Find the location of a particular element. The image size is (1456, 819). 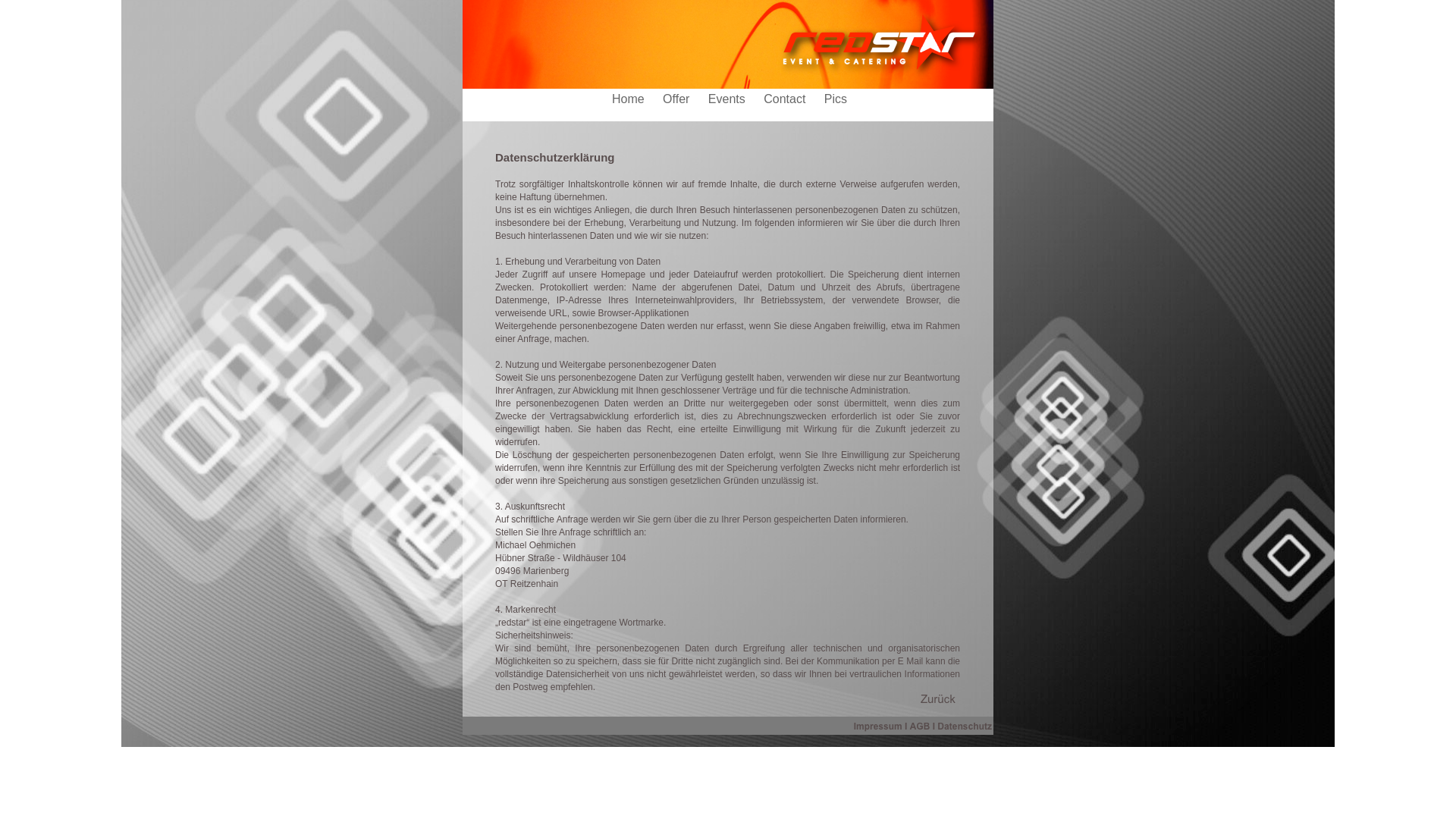

'Events' is located at coordinates (728, 99).